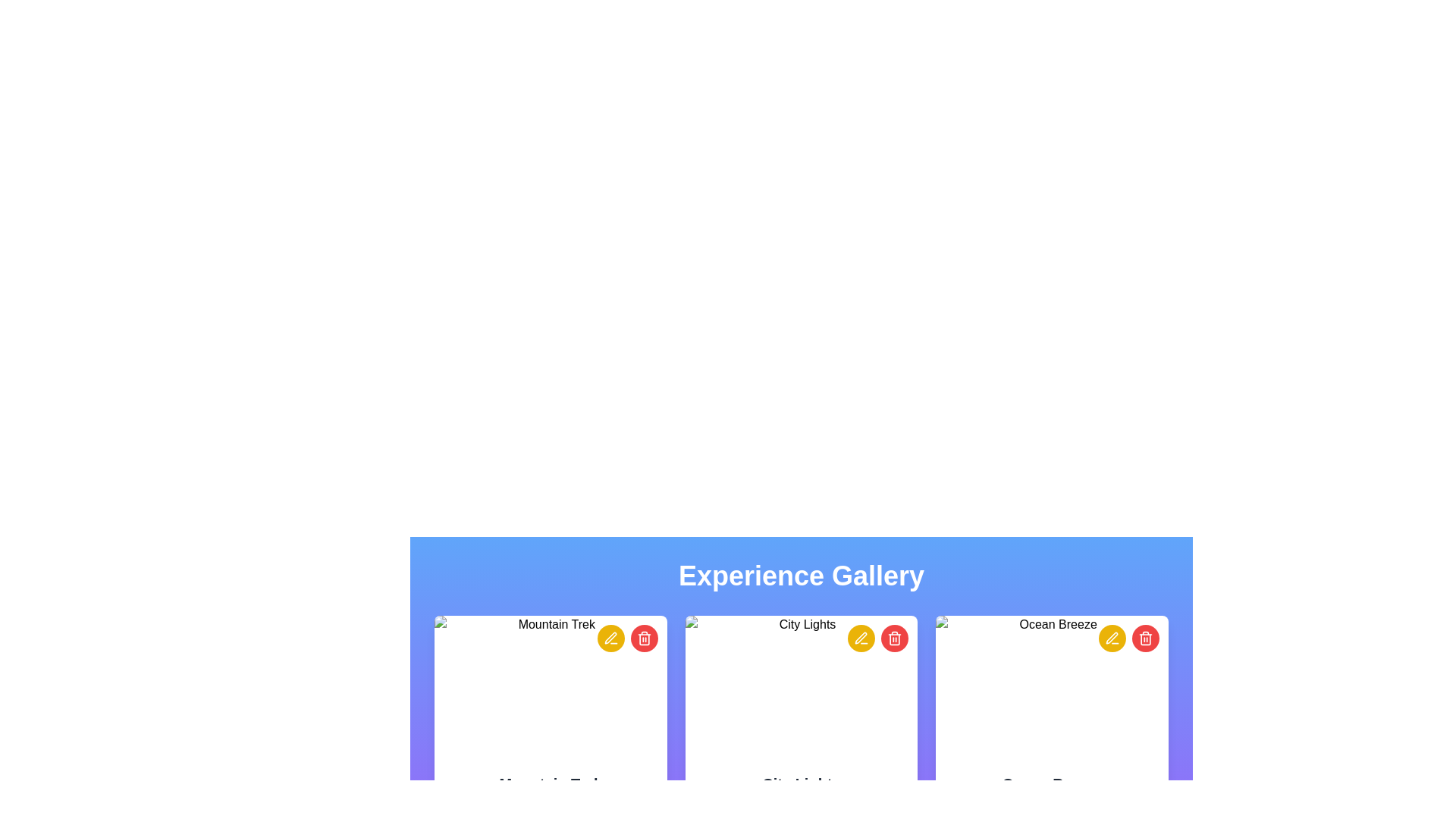 This screenshot has width=1456, height=819. Describe the element at coordinates (861, 638) in the screenshot. I see `the edit button located at the top-right corner of the card, which is the leftmost button adjacent to the red delete button, to trigger a visual effect` at that location.